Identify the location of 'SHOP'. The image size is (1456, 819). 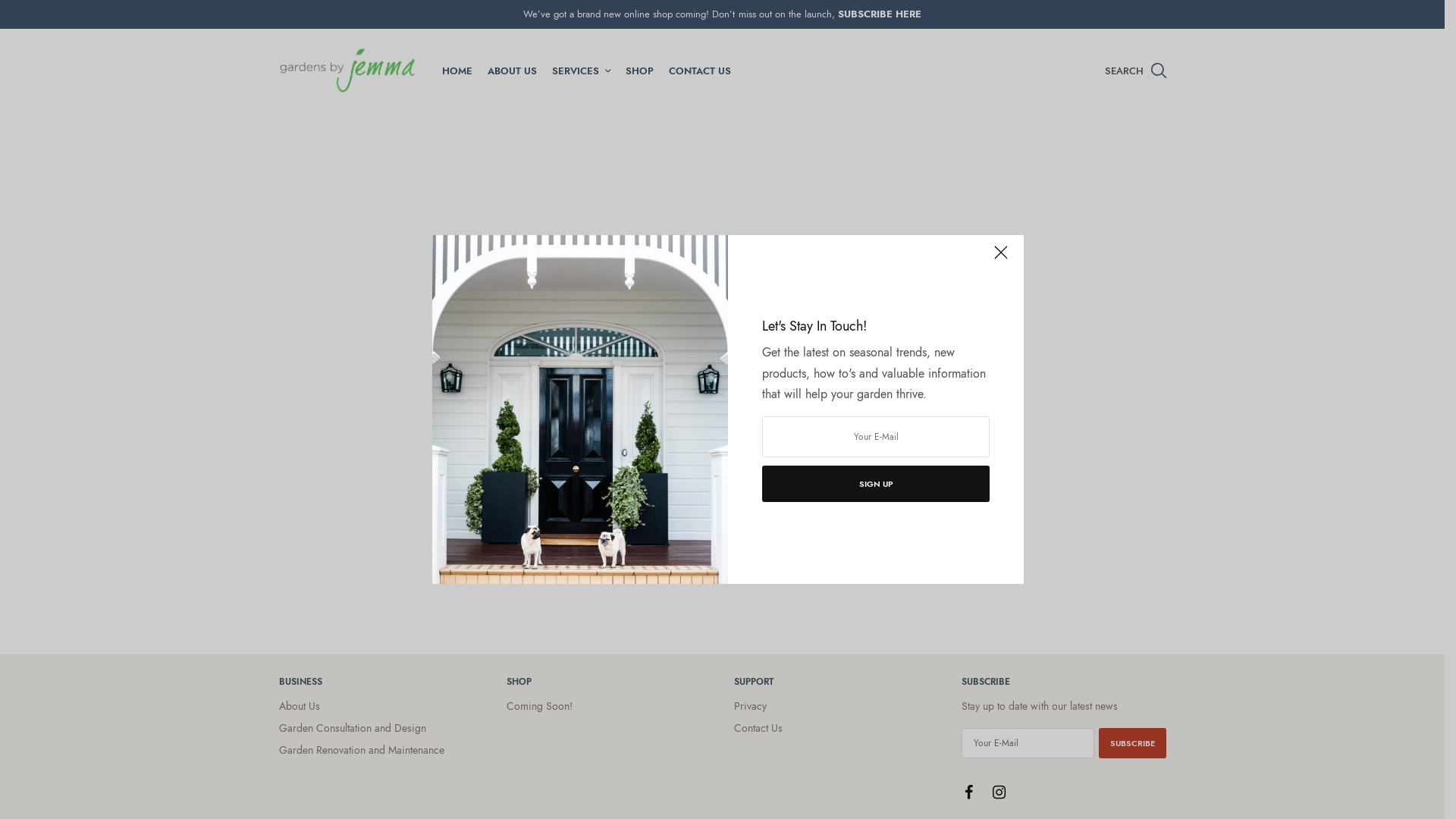
(639, 71).